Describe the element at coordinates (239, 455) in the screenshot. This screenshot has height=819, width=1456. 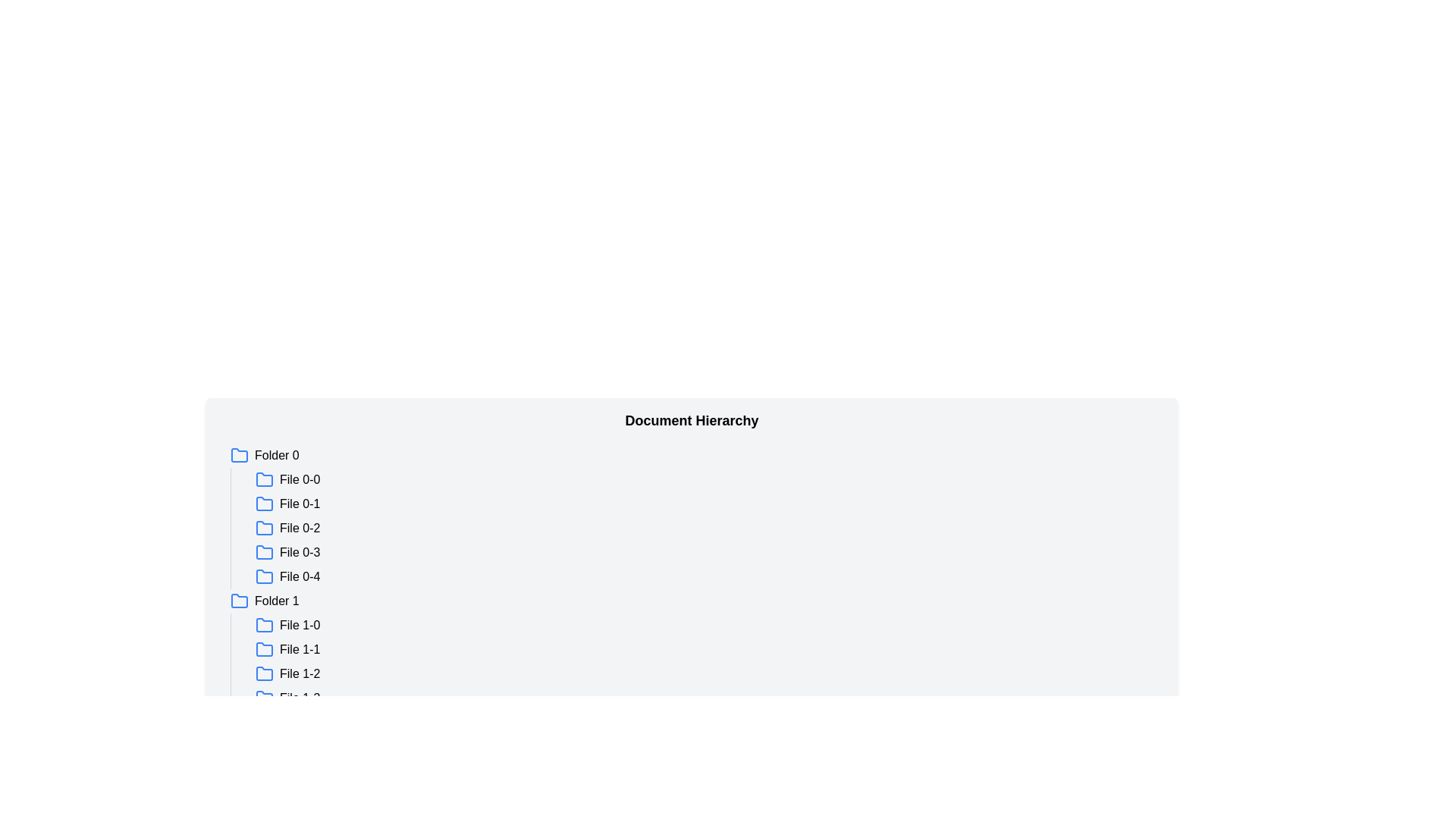
I see `the folder icon representing 'Folder 0'` at that location.